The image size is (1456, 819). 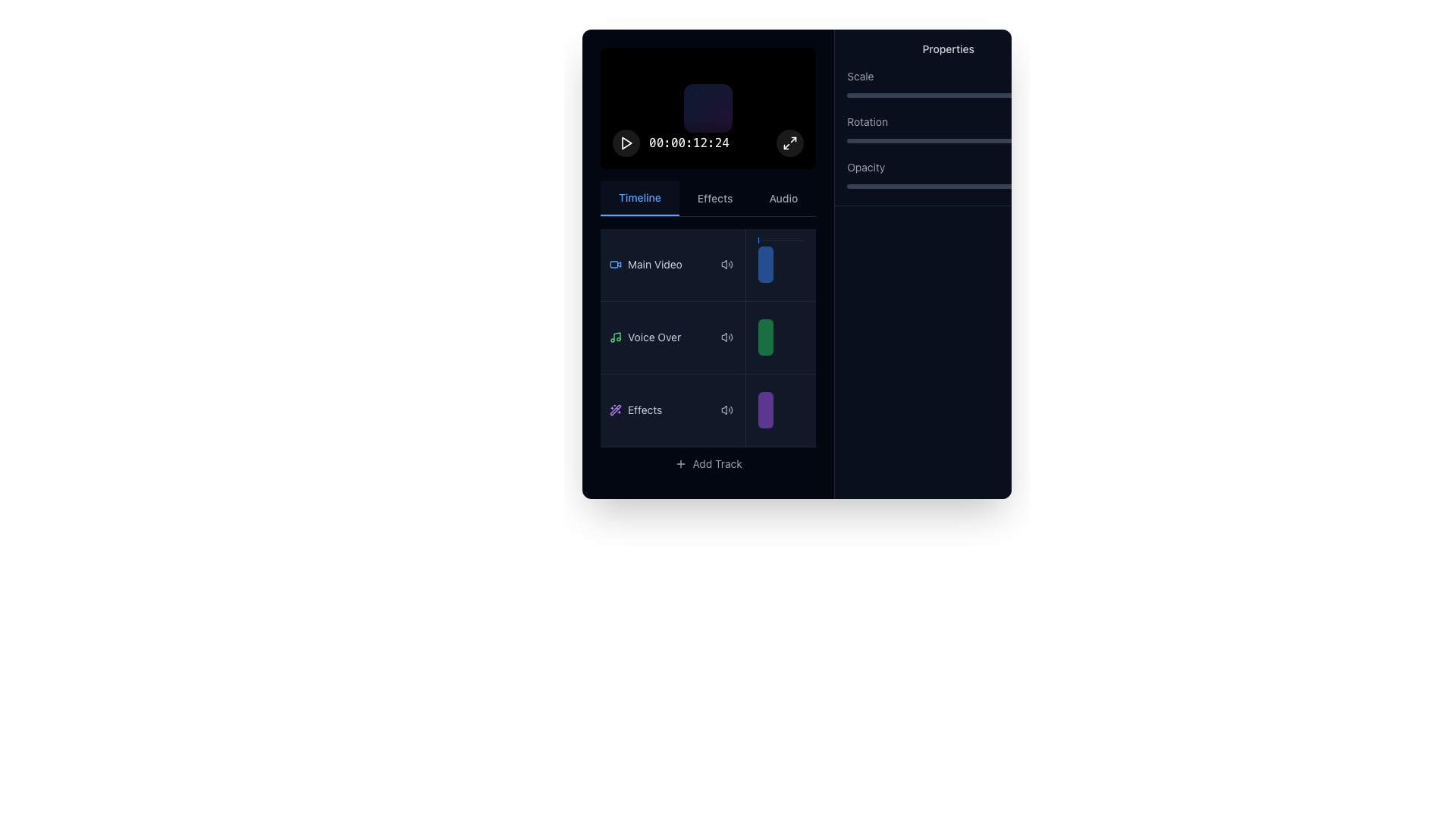 I want to click on the second row in the timeline interface, which represents a track for a voice-over audio component, so click(x=708, y=337).